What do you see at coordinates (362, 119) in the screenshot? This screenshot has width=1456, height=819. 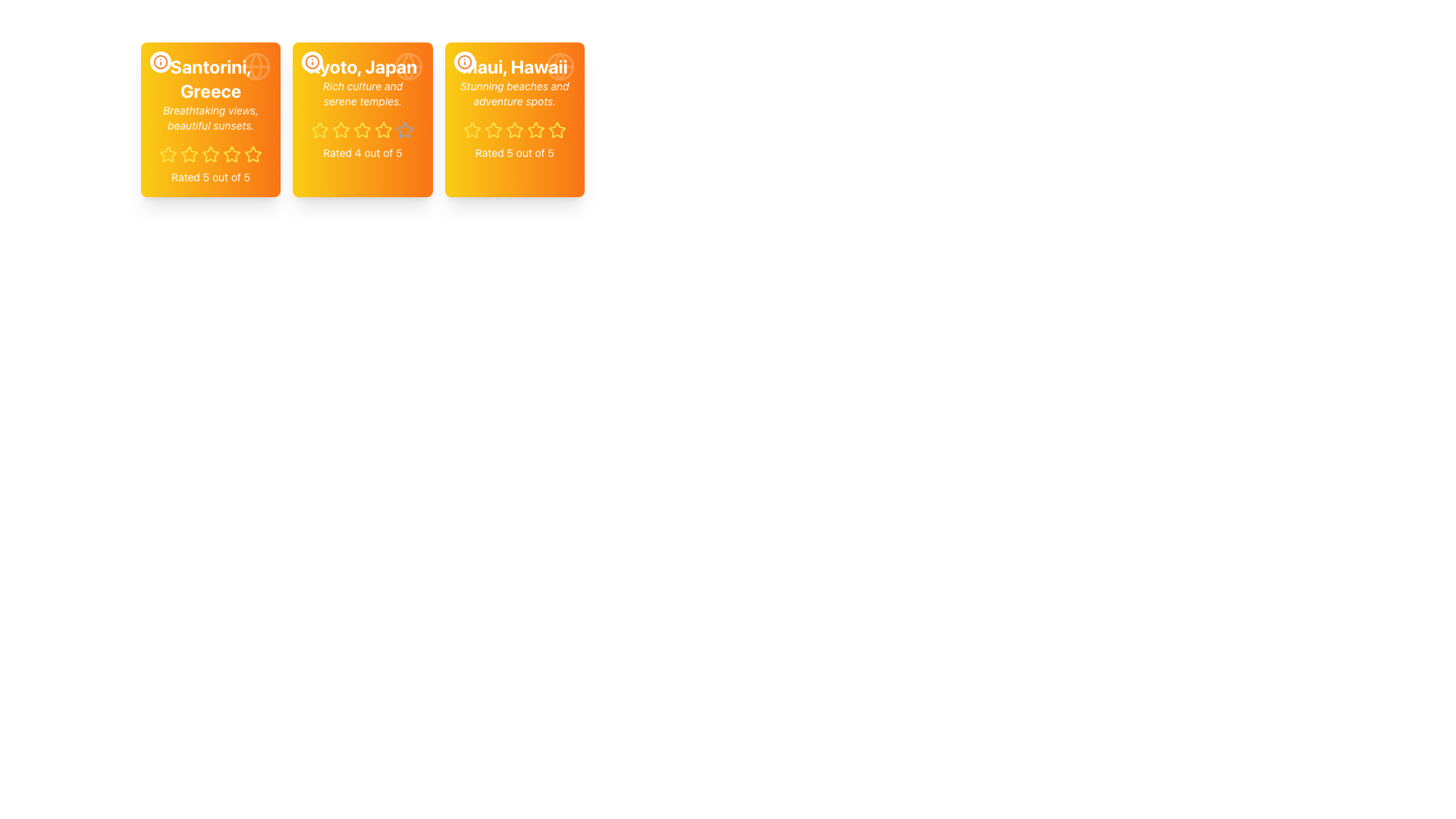 I see `the stars in the middle column of the card-like UI component to change the rating` at bounding box center [362, 119].